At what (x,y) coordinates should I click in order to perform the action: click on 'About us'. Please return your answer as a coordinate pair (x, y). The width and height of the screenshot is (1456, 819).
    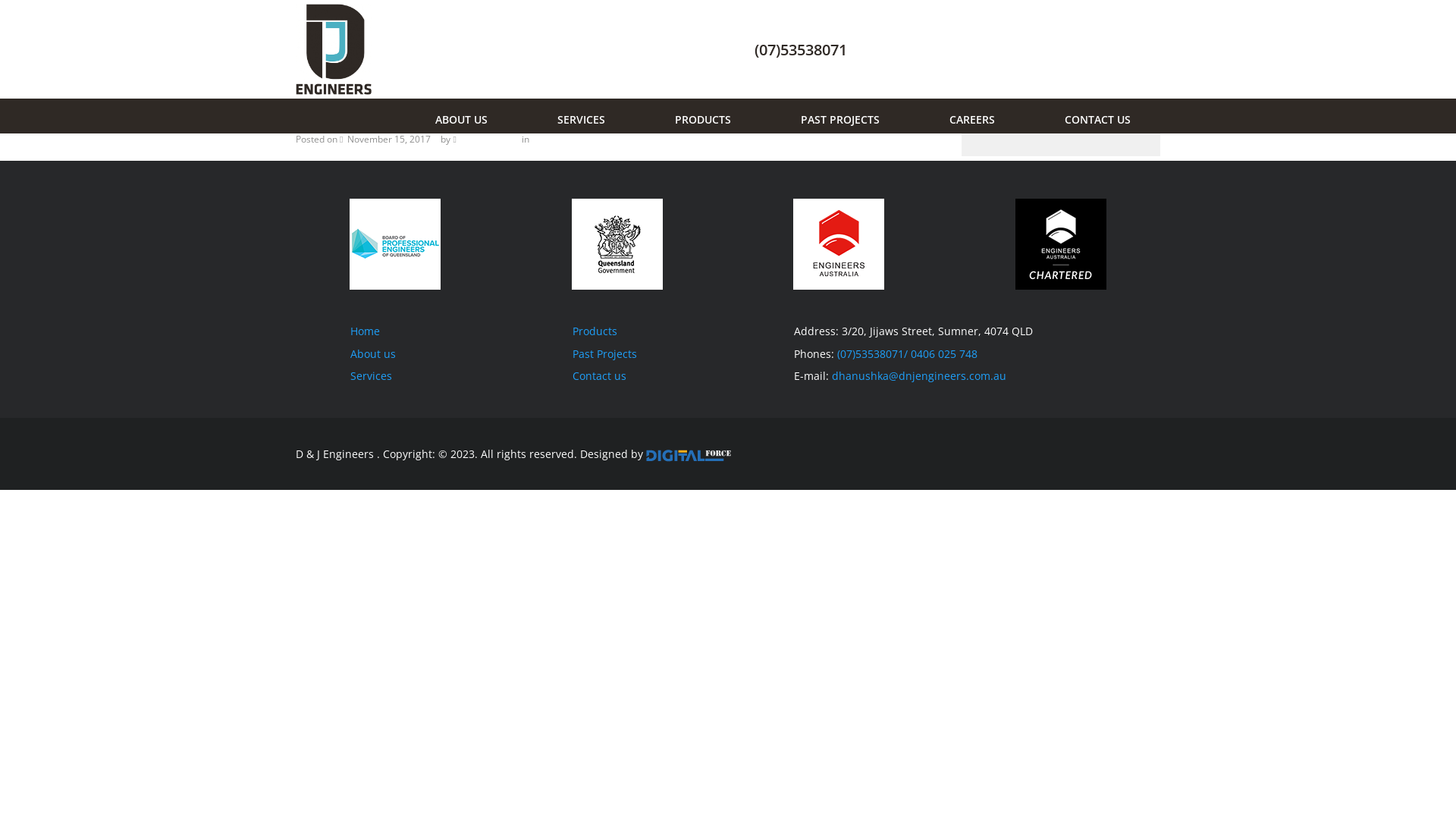
    Looking at the image, I should click on (372, 353).